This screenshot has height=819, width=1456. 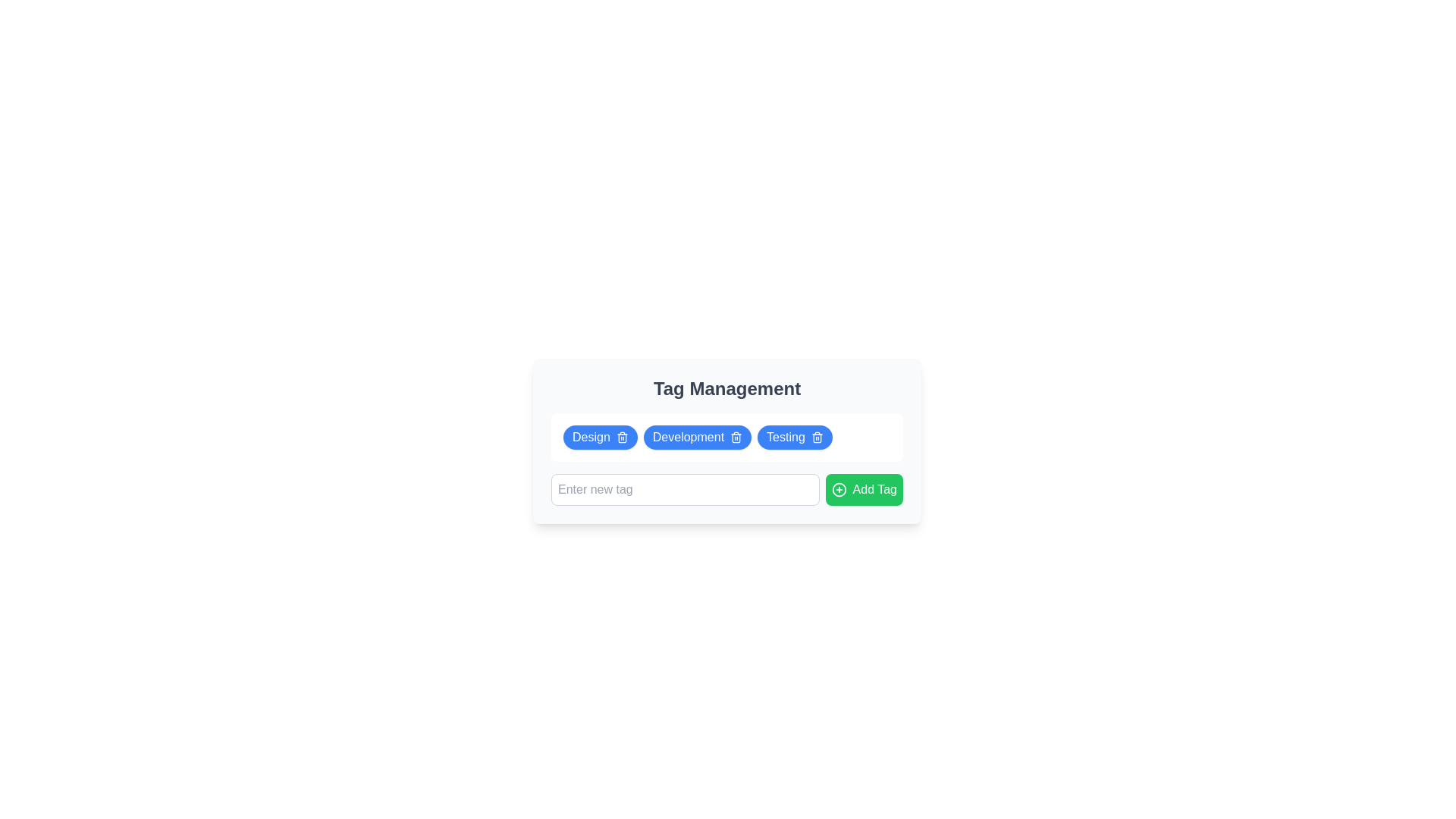 I want to click on the text label displaying 'Testing' within the blue tag component in the 'Tag Management' interface, so click(x=786, y=438).